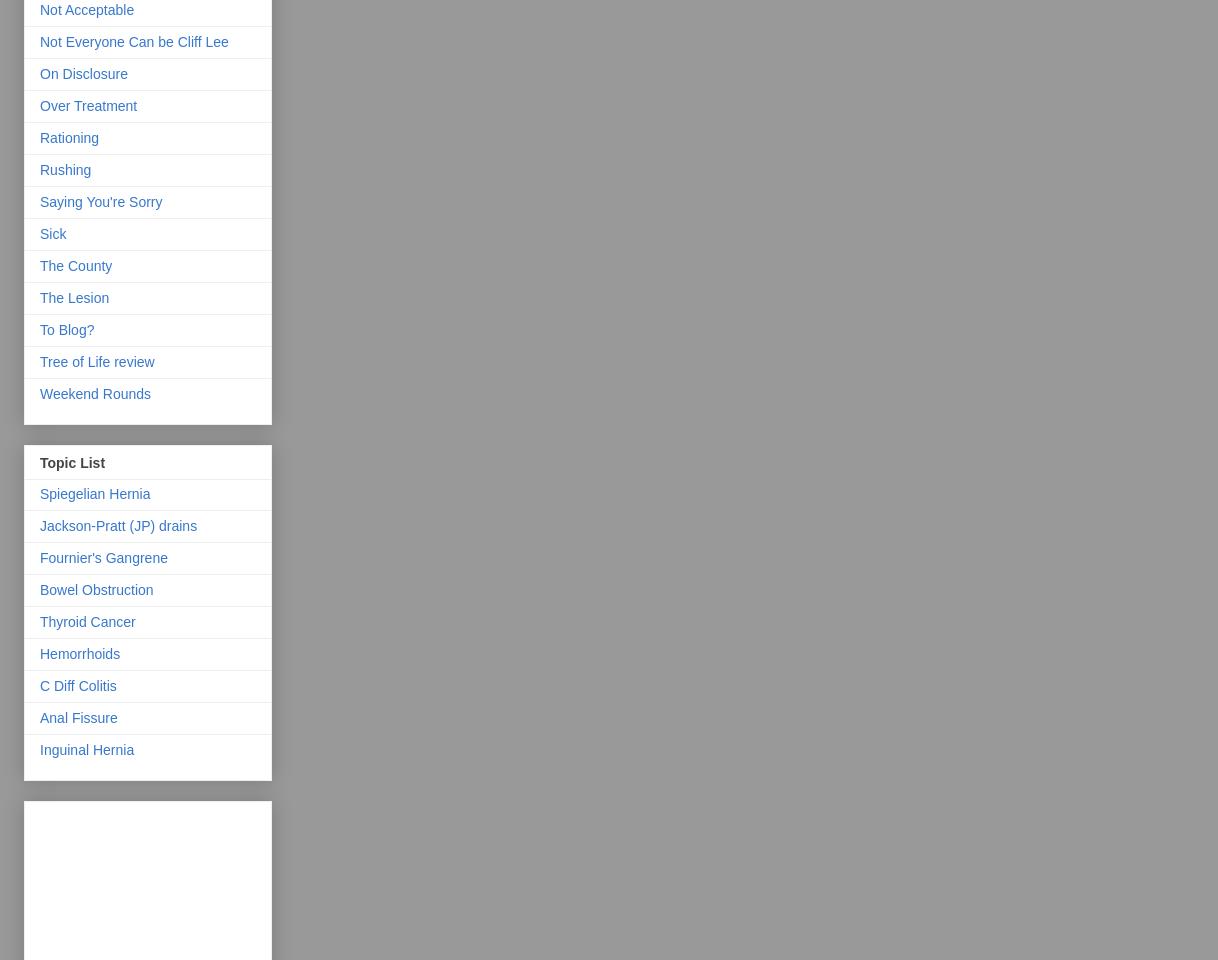  Describe the element at coordinates (39, 491) in the screenshot. I see `'Spiegelian Hernia'` at that location.